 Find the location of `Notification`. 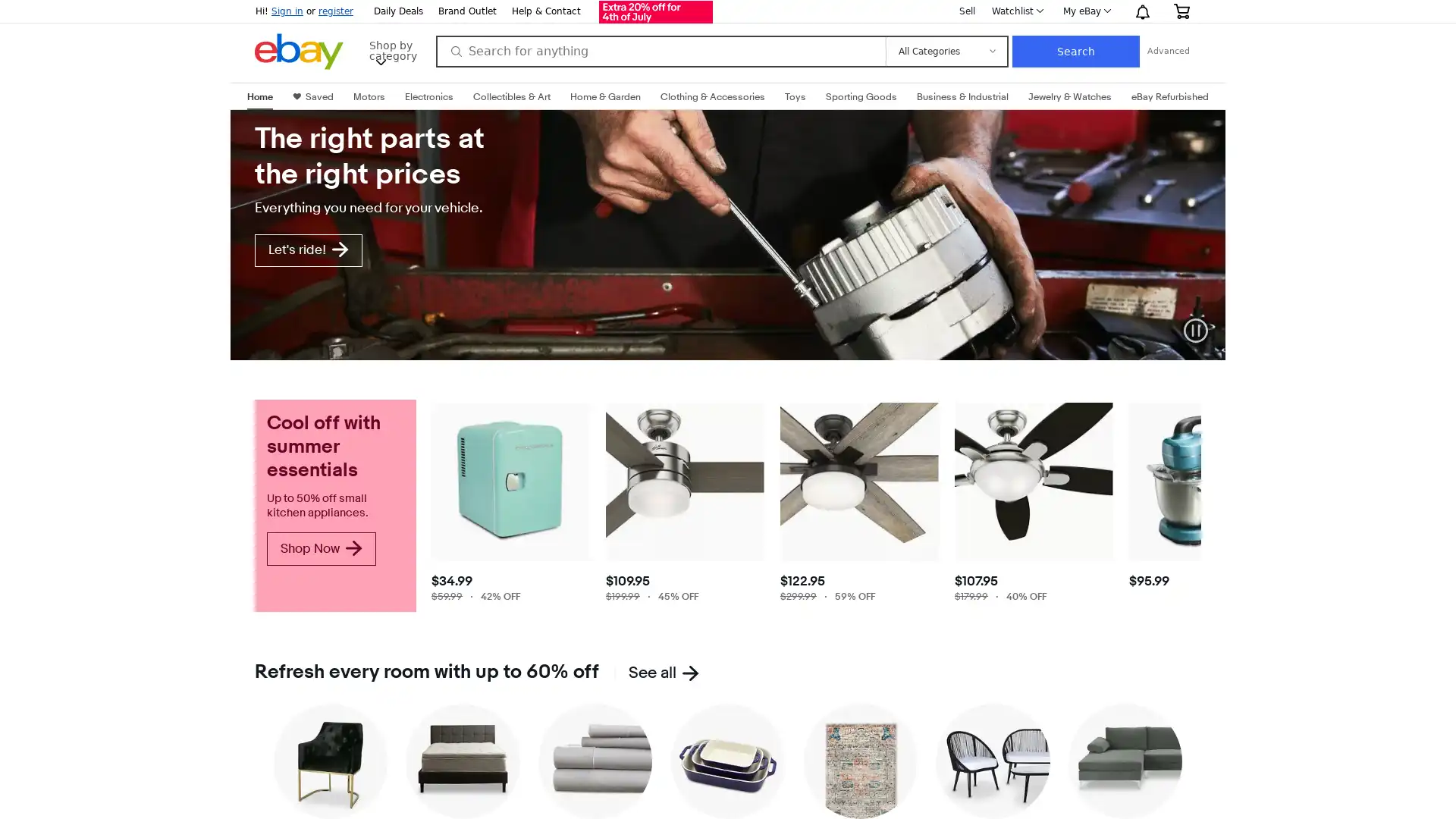

Notification is located at coordinates (1142, 11).